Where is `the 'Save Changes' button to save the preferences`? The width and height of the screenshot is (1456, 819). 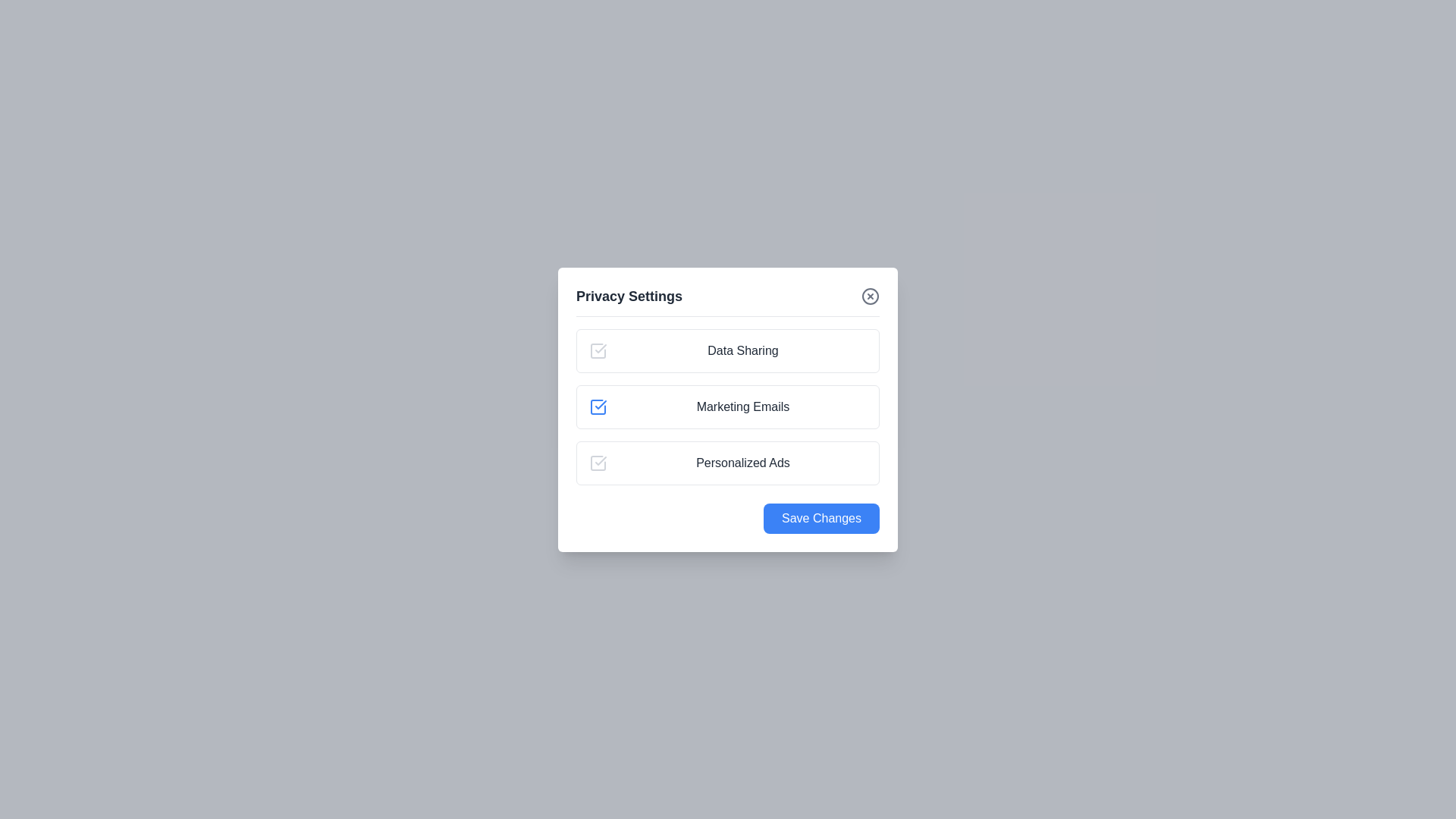 the 'Save Changes' button to save the preferences is located at coordinates (821, 517).